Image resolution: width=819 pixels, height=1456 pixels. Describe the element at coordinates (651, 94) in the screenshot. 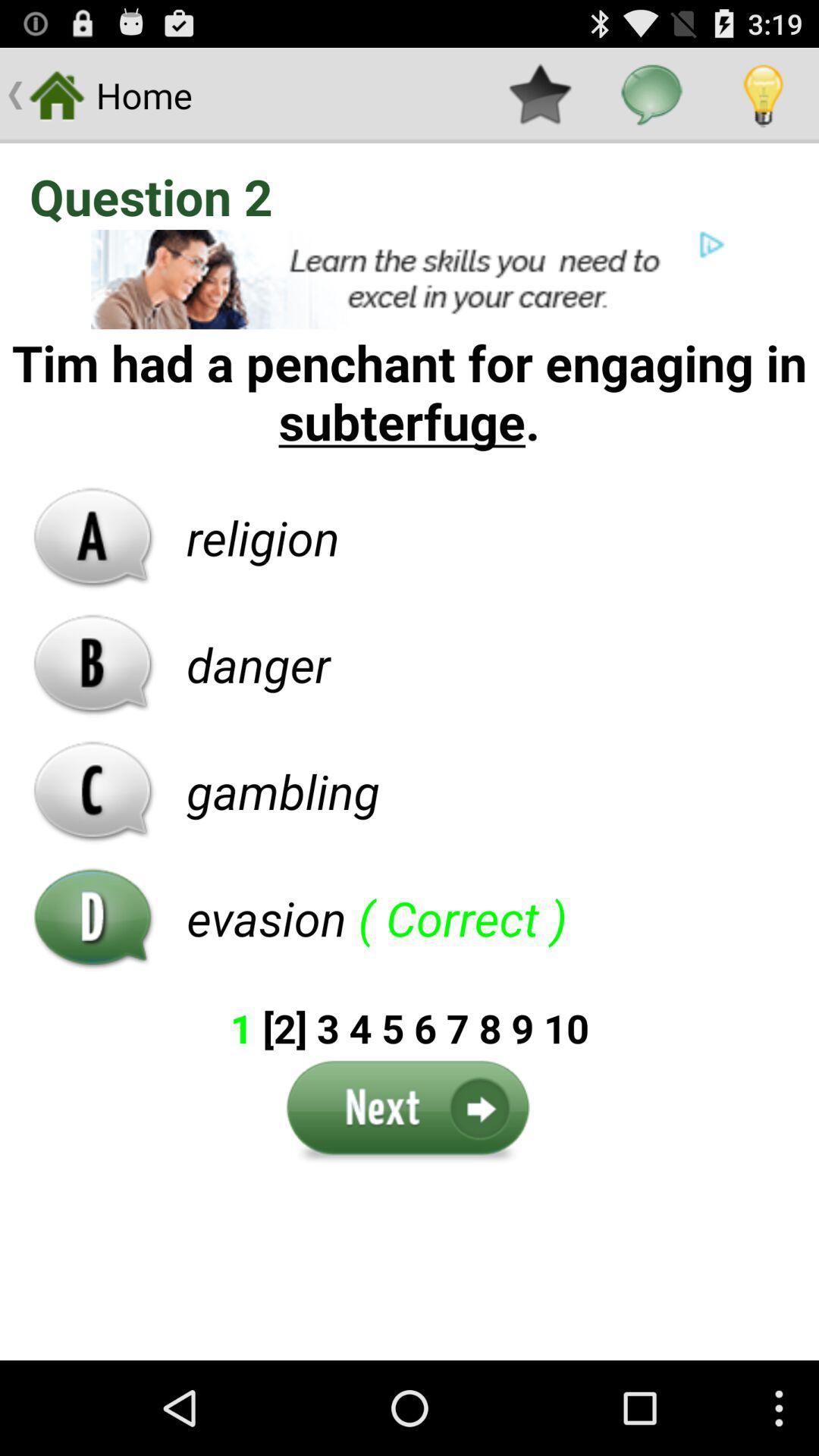

I see `the app above the question 2 item` at that location.